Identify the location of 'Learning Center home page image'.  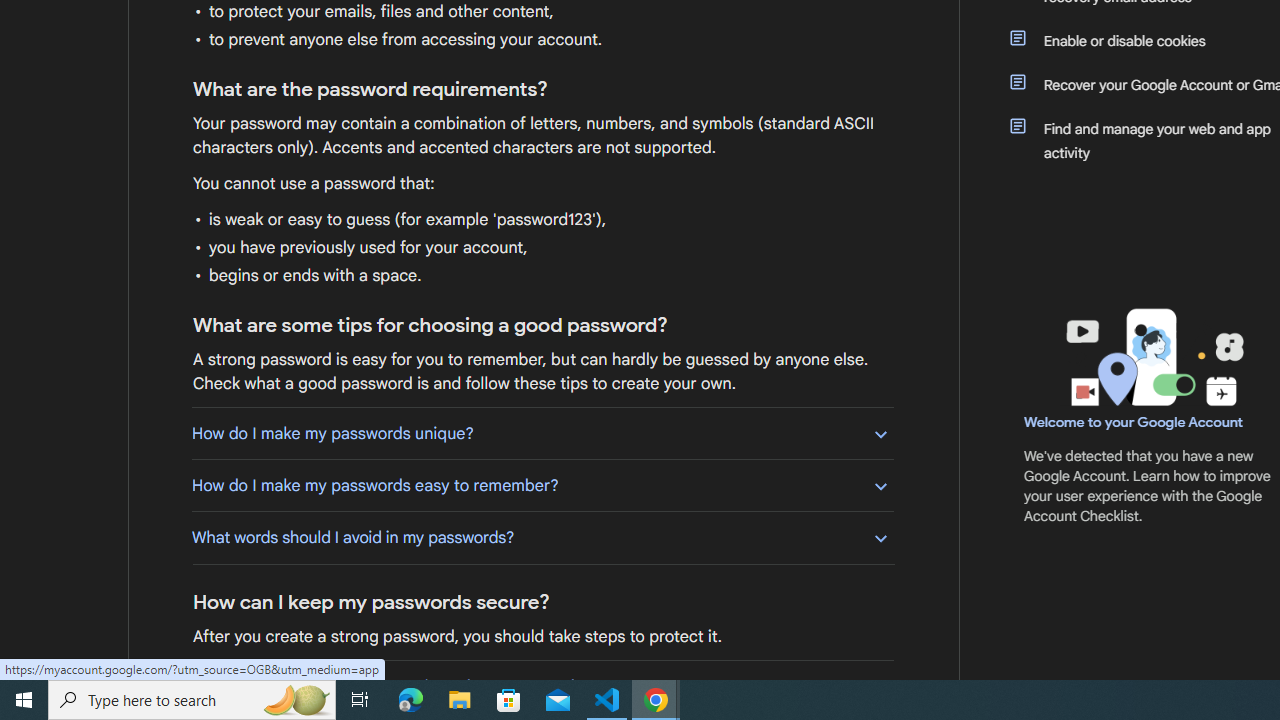
(1152, 356).